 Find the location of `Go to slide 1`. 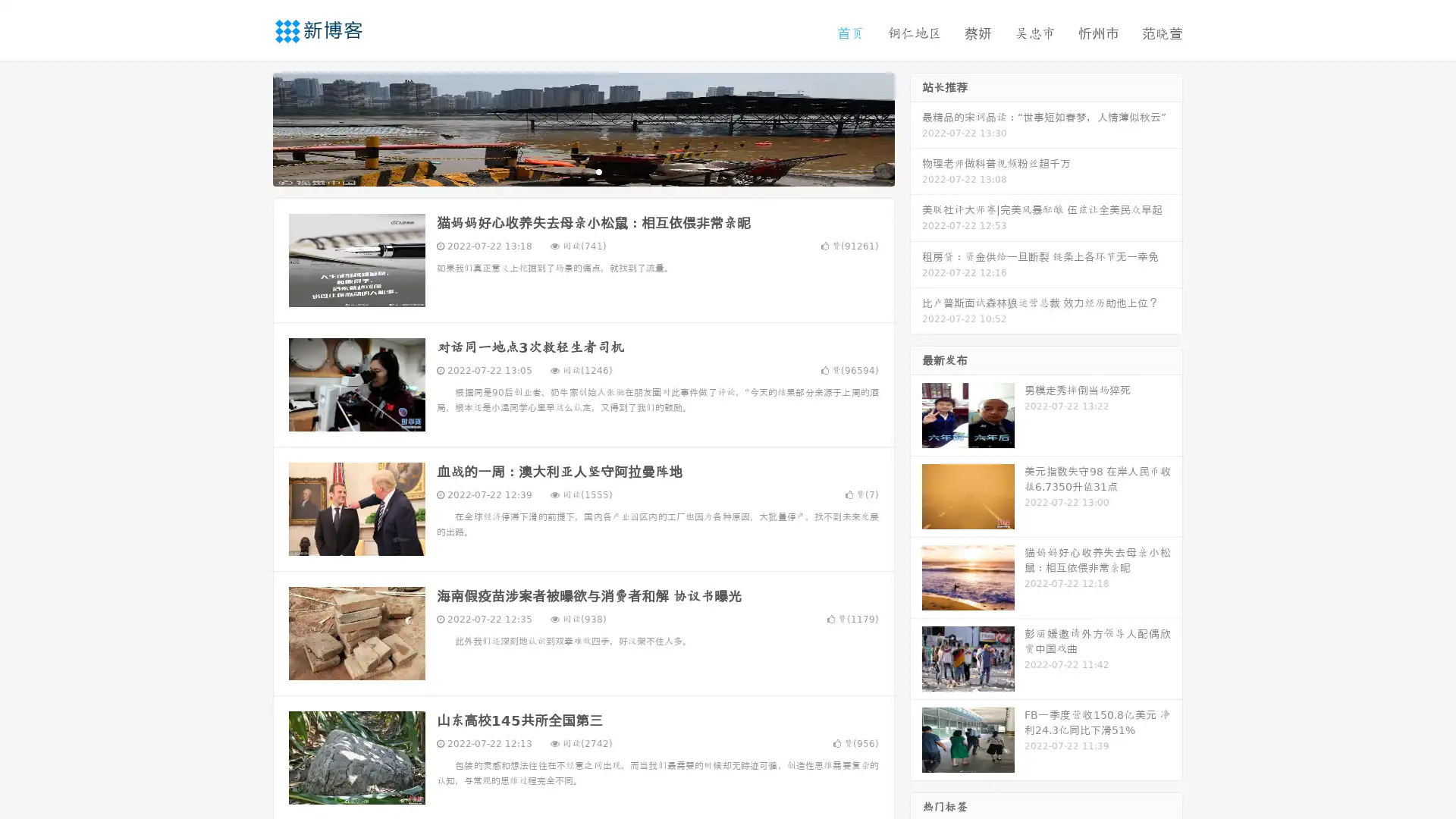

Go to slide 1 is located at coordinates (567, 171).